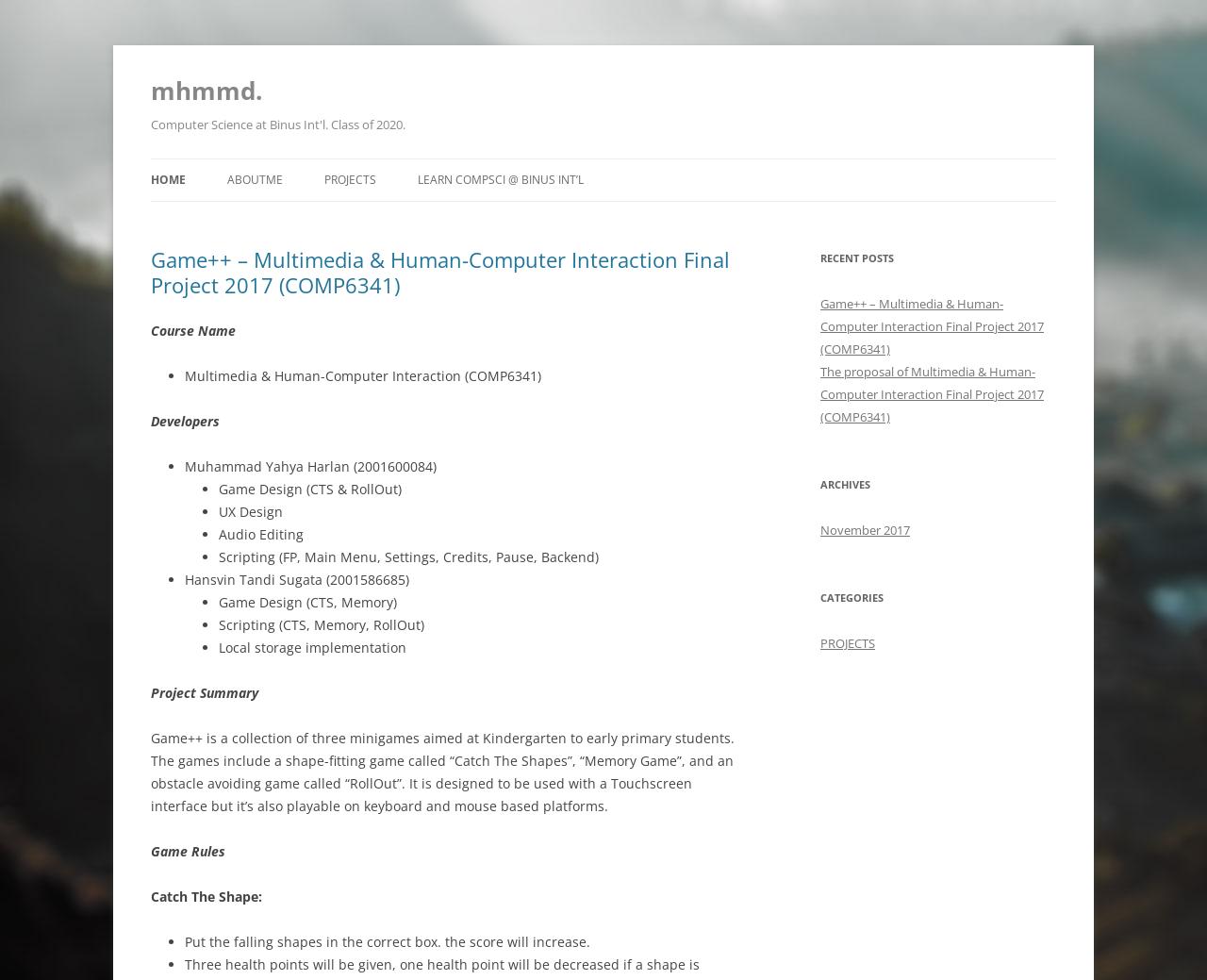 The width and height of the screenshot is (1207, 980). I want to click on 'Muhammad Yahya Harlan (2001600084)', so click(310, 465).